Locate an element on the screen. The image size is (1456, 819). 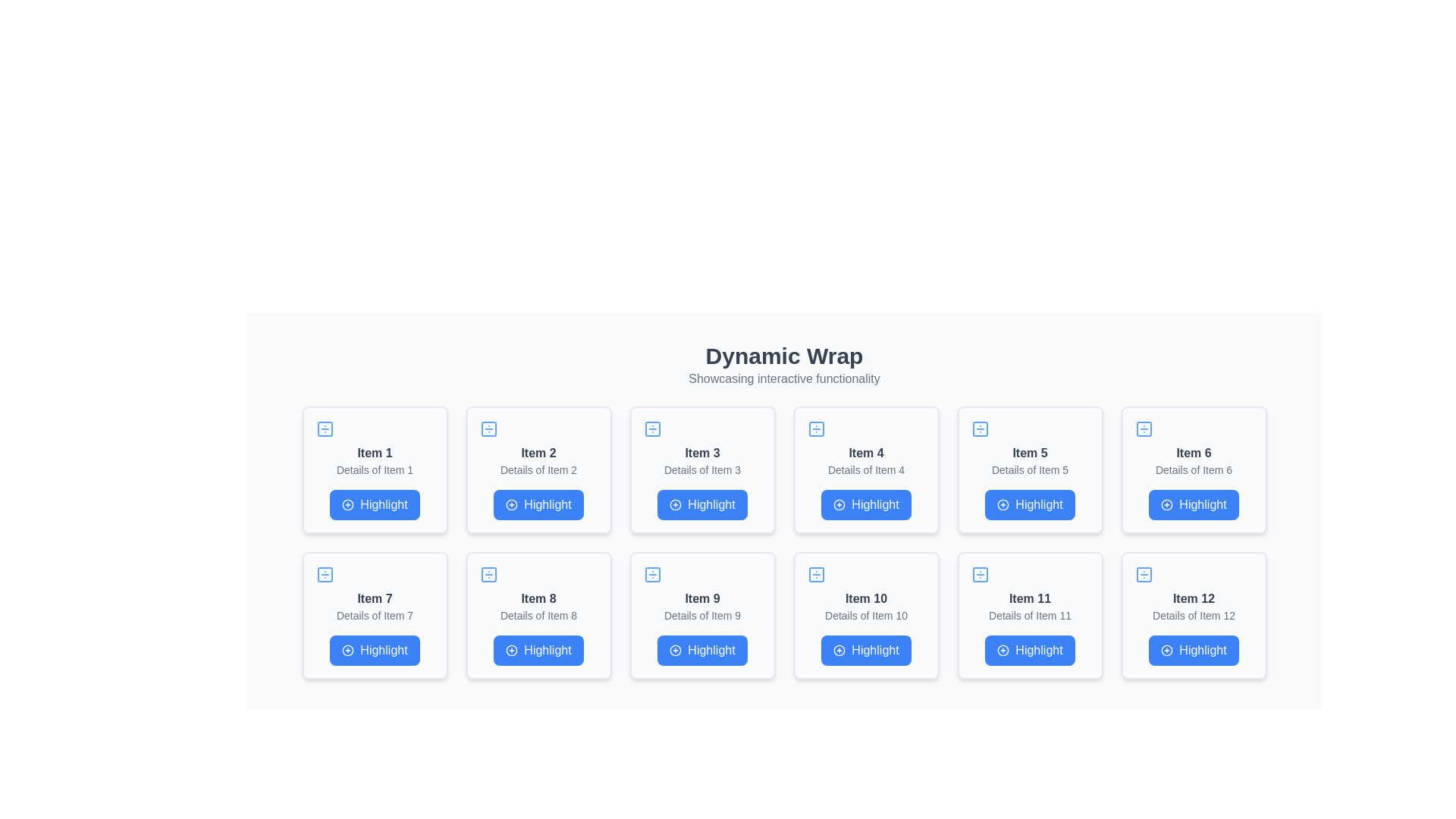
the static text element that displays 'Details of Item 10', which is located below the title 'Item 10' and above the 'Highlight' button in the card labeled 'Item 10' is located at coordinates (866, 616).